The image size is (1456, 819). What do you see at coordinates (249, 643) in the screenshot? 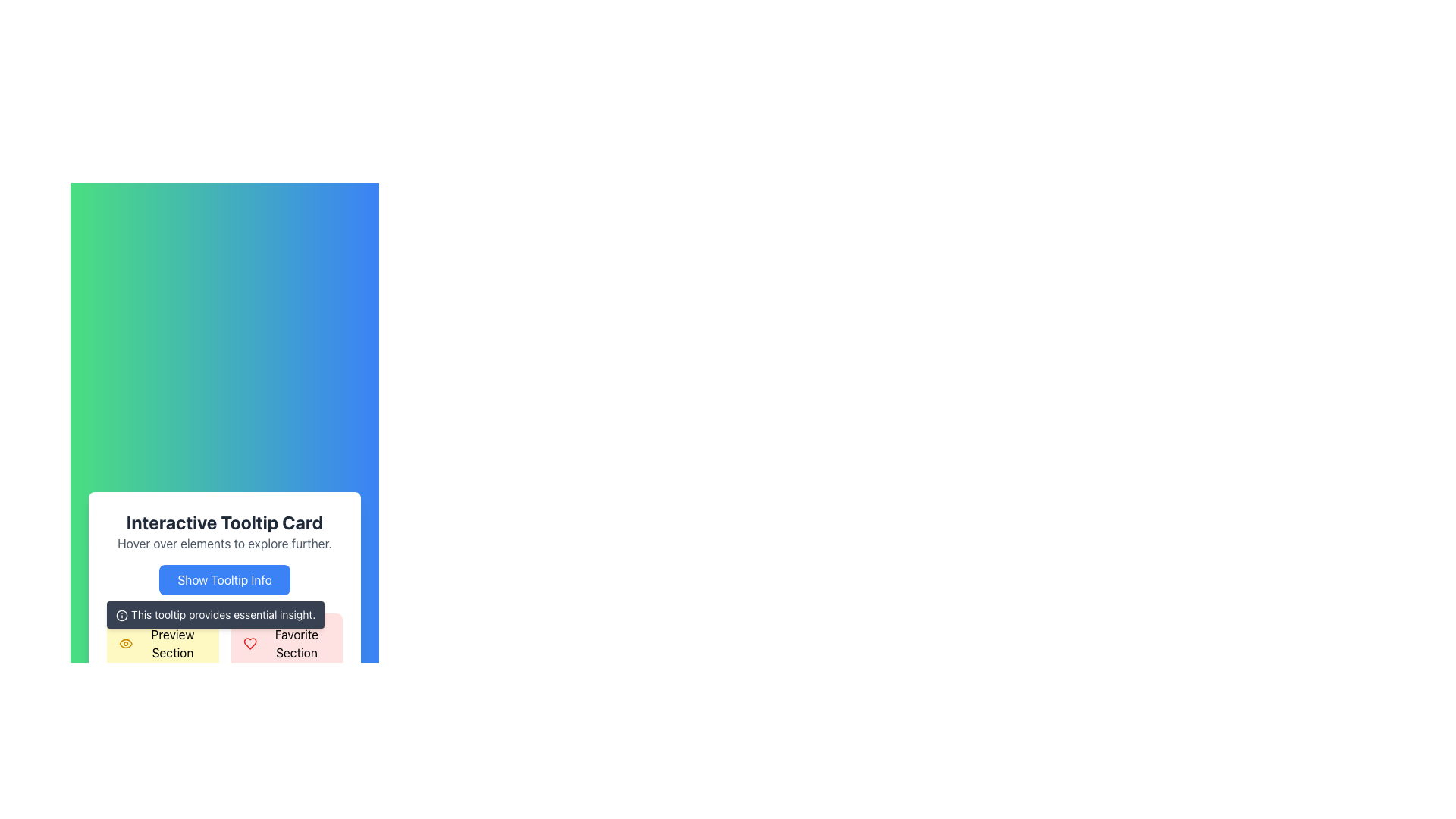
I see `the heart icon representing the 'Favorite Section' of the interface, which visually indicates the functionality related to favoriting or liking` at bounding box center [249, 643].